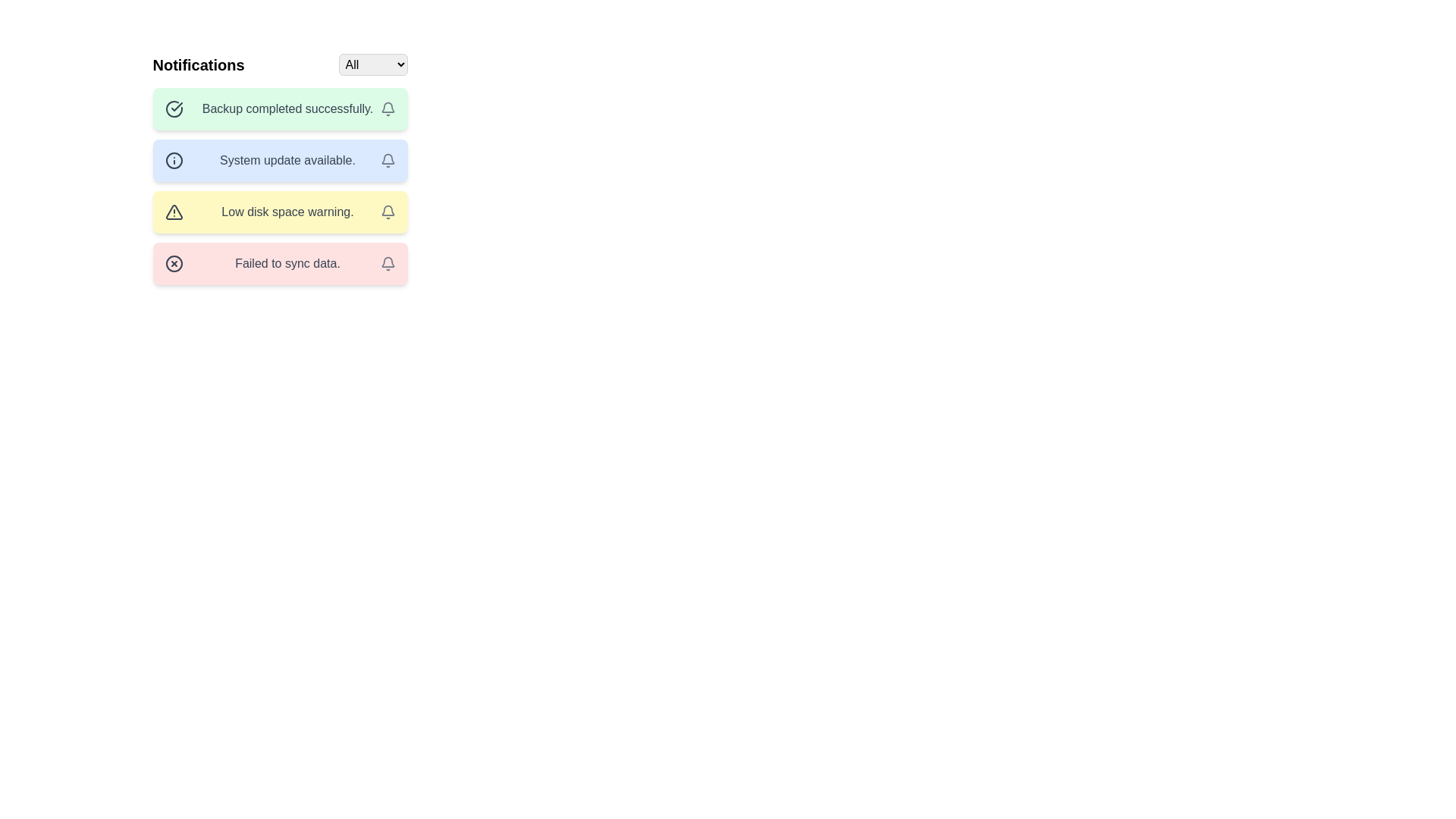 The height and width of the screenshot is (819, 1456). What do you see at coordinates (280, 108) in the screenshot?
I see `text content of the Notification card that indicates a successful backup completion, which is the first notification in the list` at bounding box center [280, 108].